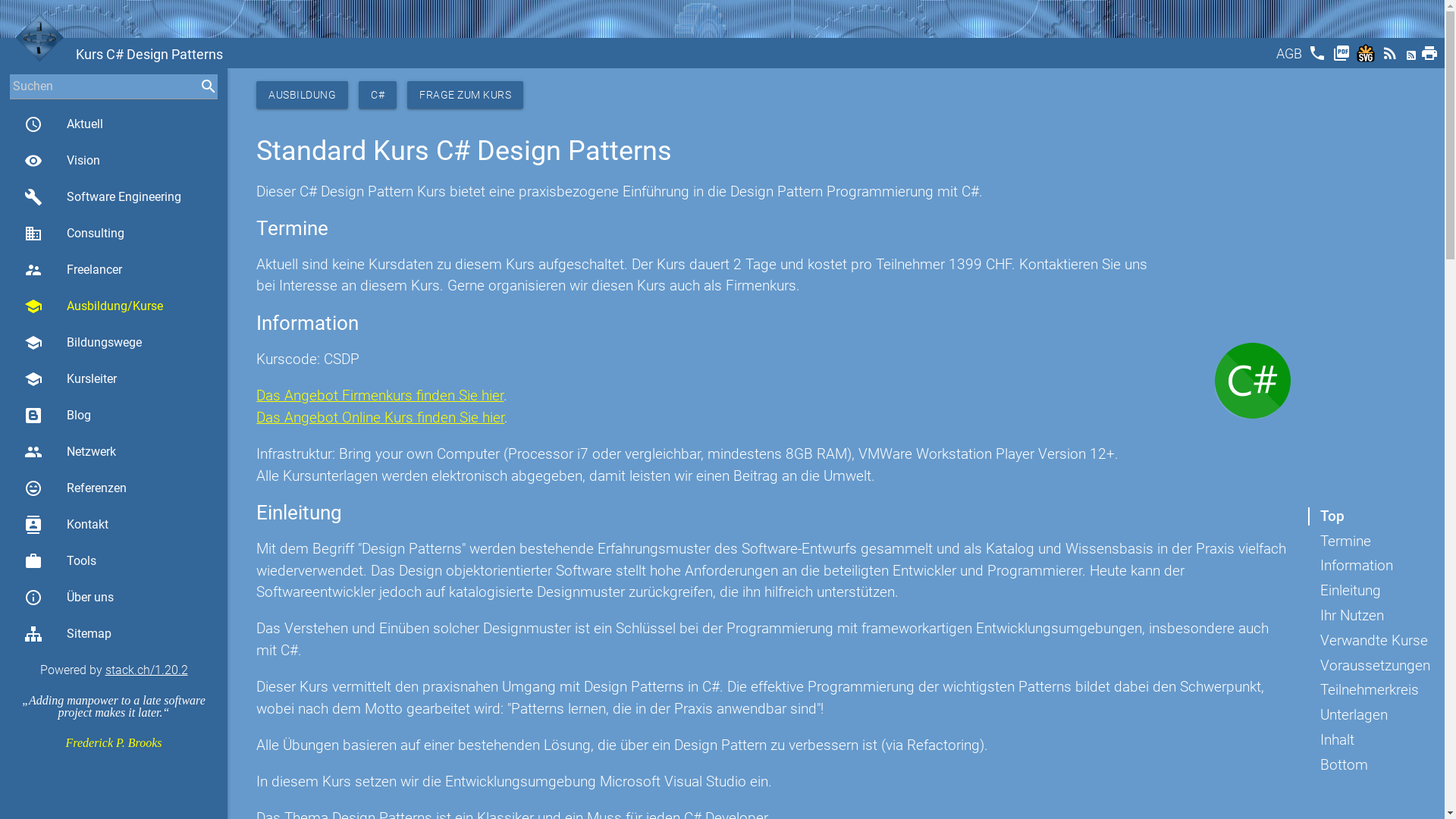 The image size is (1456, 819). I want to click on 'school, so click(112, 306).